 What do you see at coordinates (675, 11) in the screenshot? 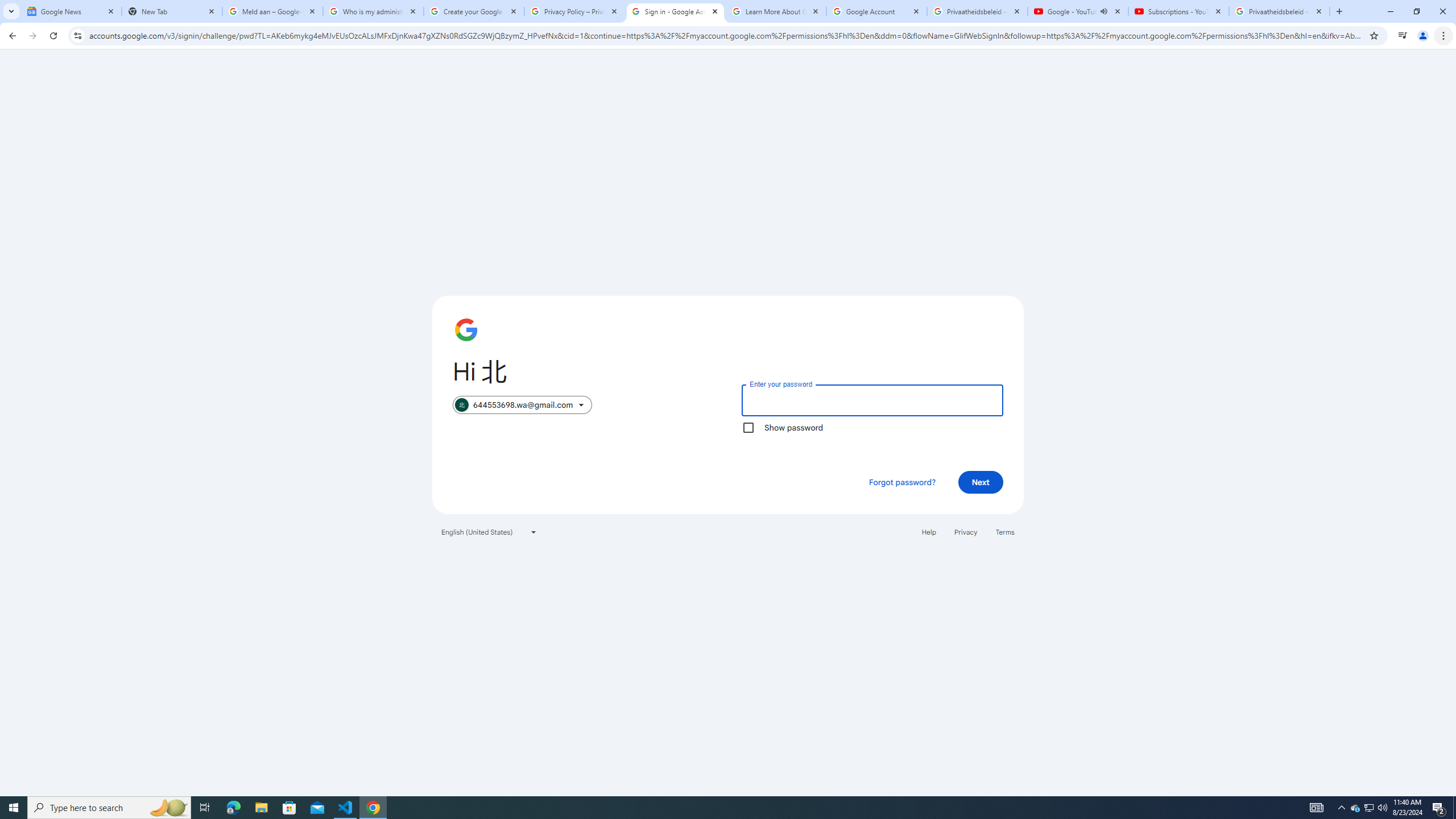
I see `'Sign in - Google Accounts'` at bounding box center [675, 11].